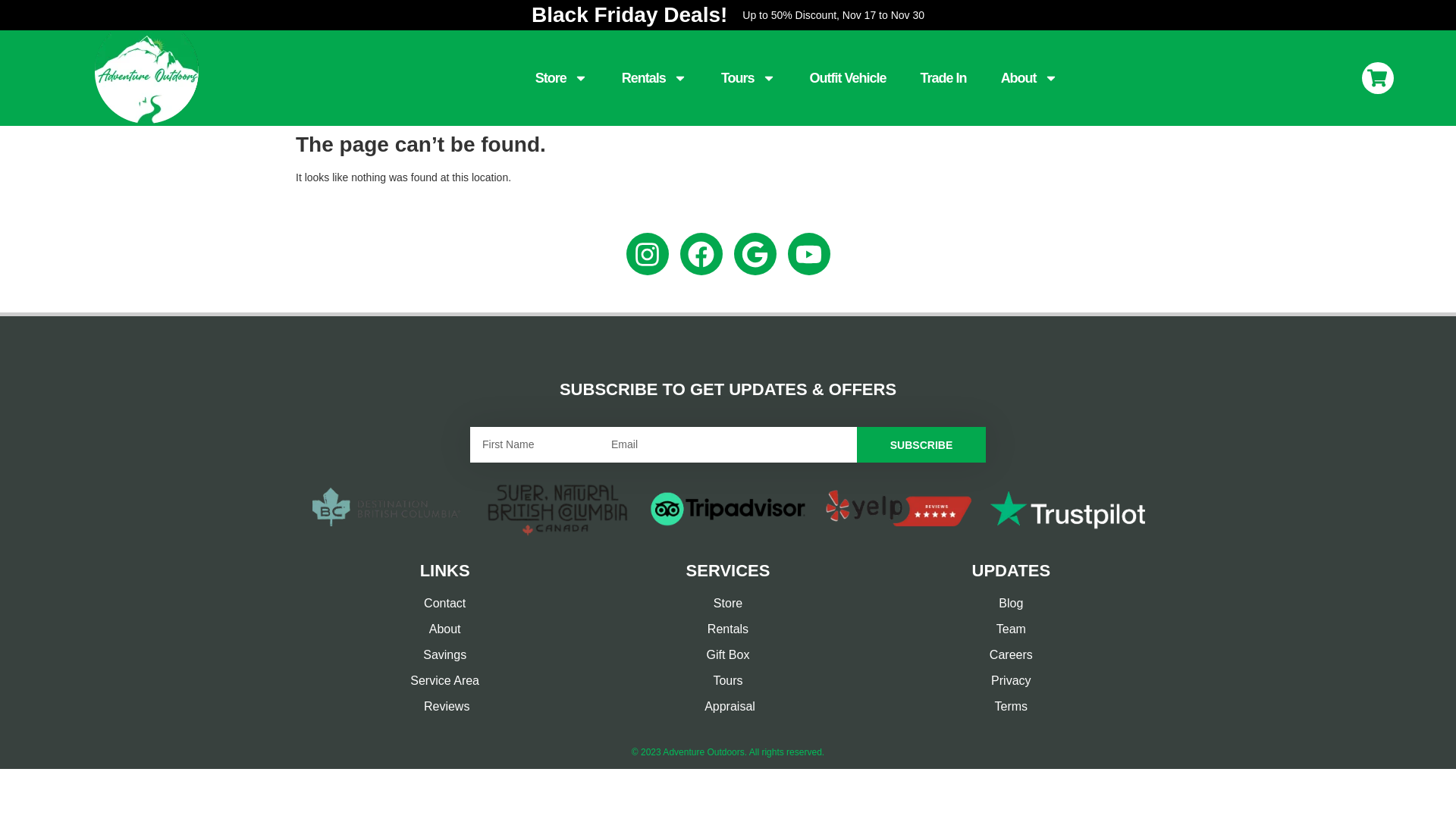 The image size is (1456, 819). What do you see at coordinates (1011, 654) in the screenshot?
I see `'Careers'` at bounding box center [1011, 654].